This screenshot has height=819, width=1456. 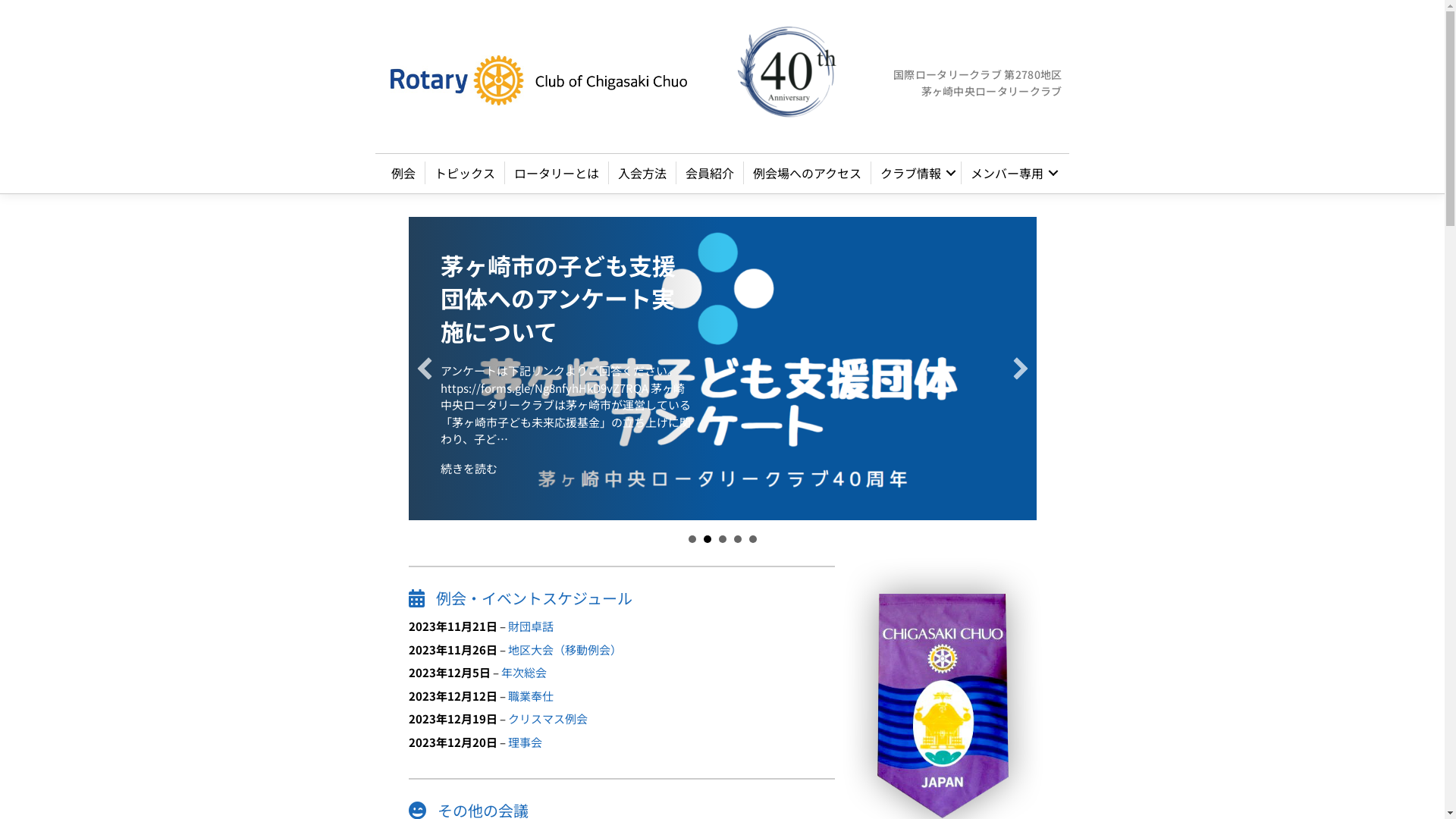 What do you see at coordinates (738, 538) in the screenshot?
I see `'4'` at bounding box center [738, 538].